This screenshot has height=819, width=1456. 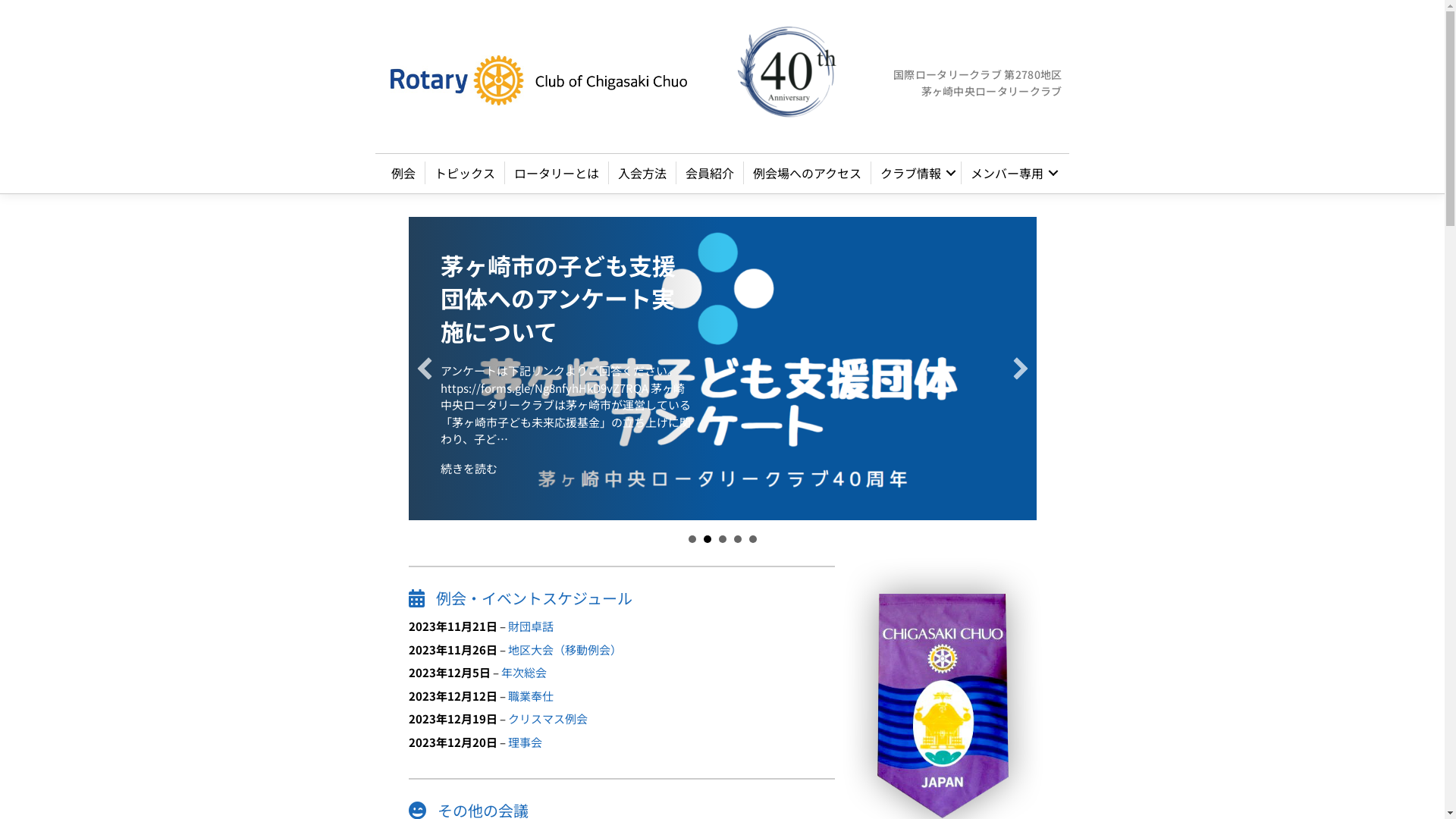 What do you see at coordinates (738, 538) in the screenshot?
I see `'4'` at bounding box center [738, 538].